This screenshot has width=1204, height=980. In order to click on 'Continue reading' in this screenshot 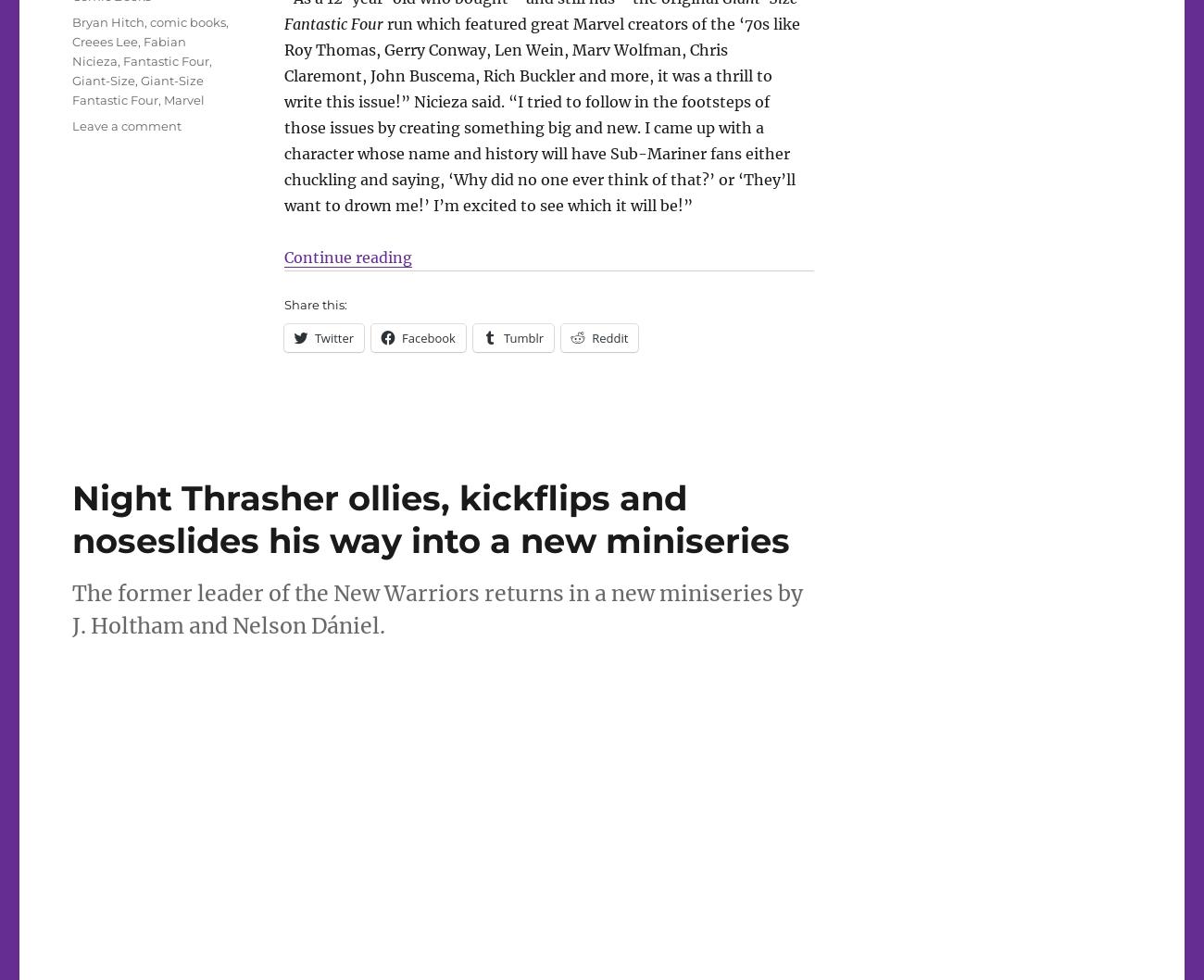, I will do `click(346, 255)`.